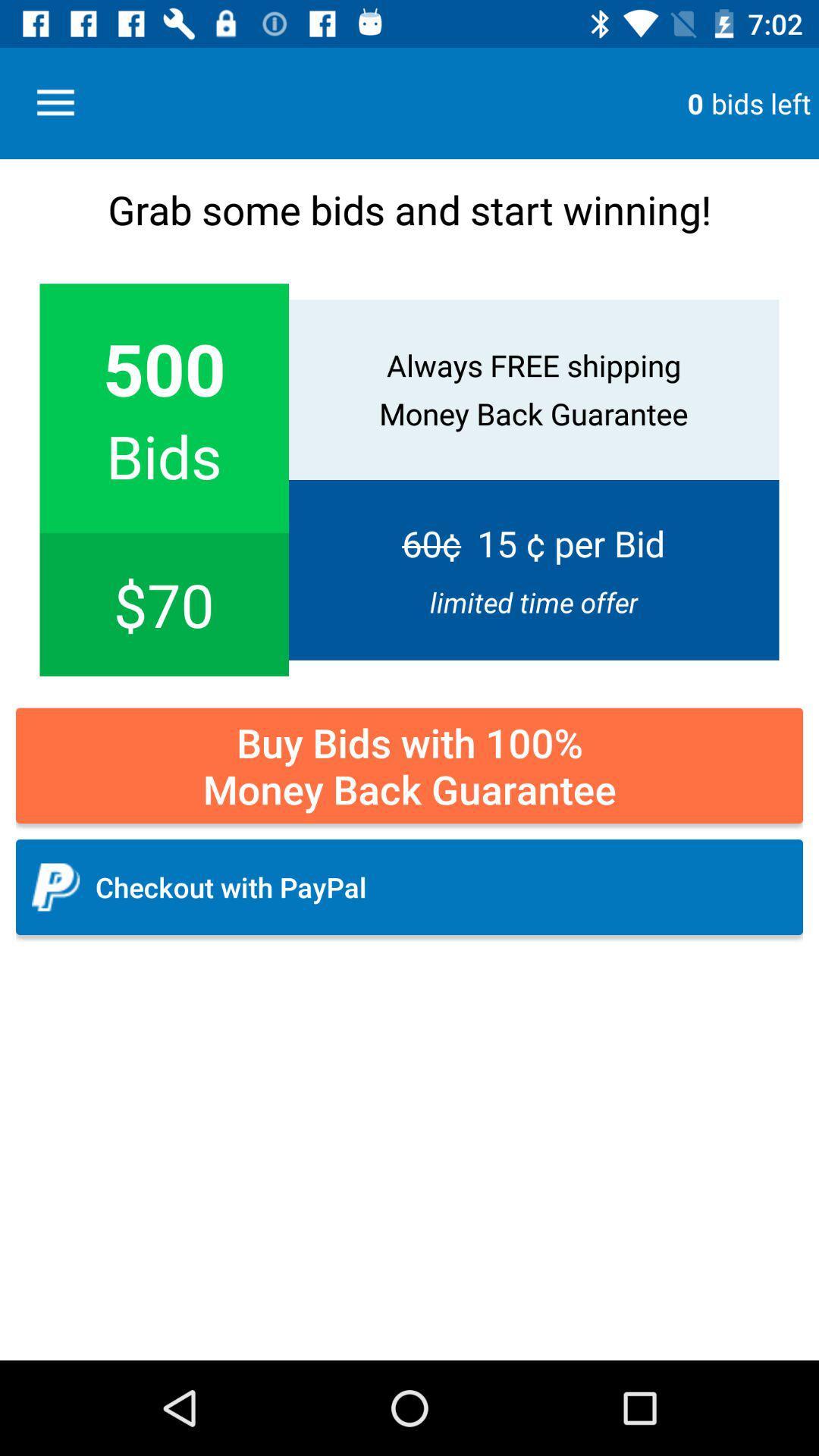 Image resolution: width=819 pixels, height=1456 pixels. What do you see at coordinates (55, 102) in the screenshot?
I see `icon above grab some bids` at bounding box center [55, 102].